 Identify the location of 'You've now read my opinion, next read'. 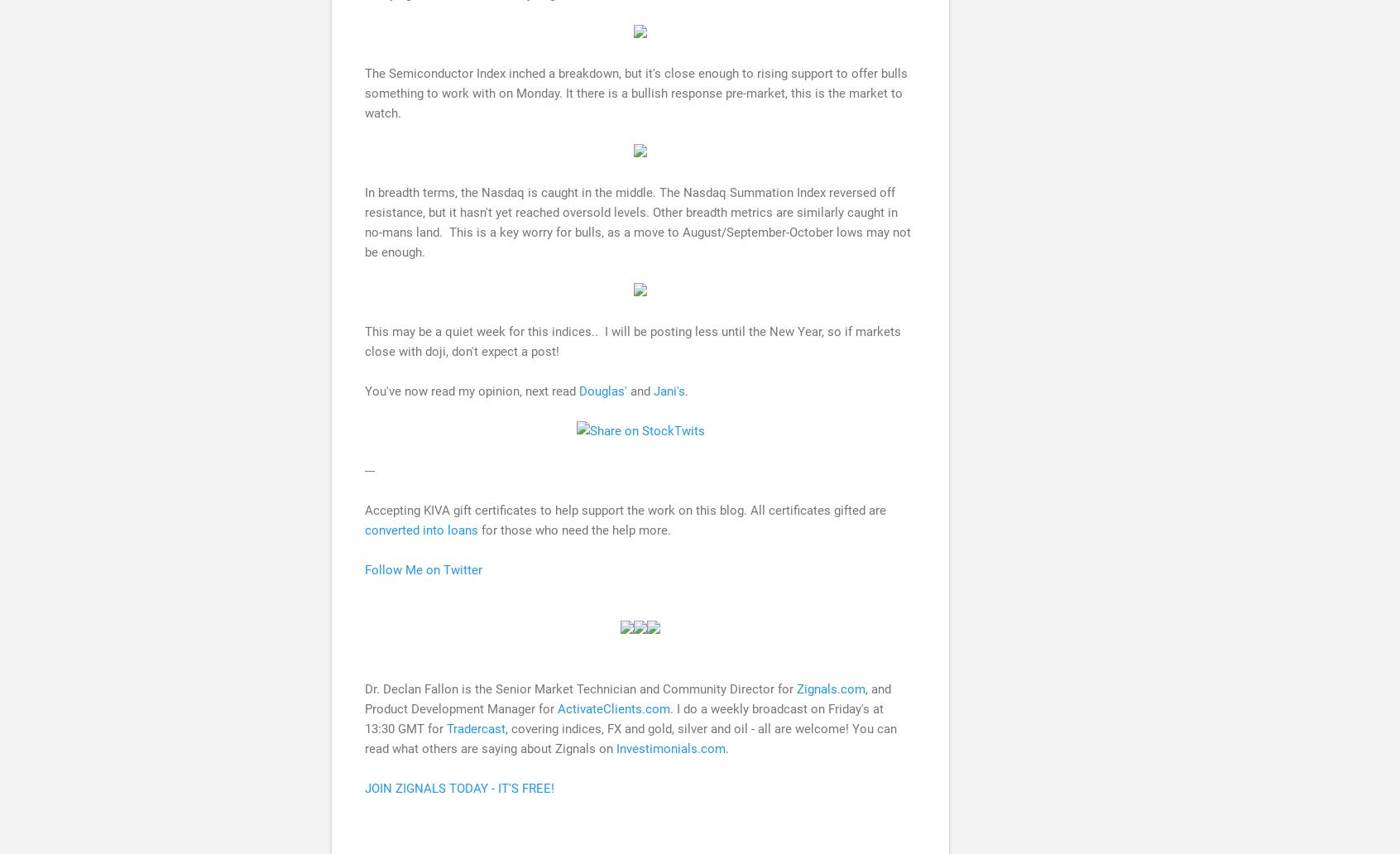
(471, 390).